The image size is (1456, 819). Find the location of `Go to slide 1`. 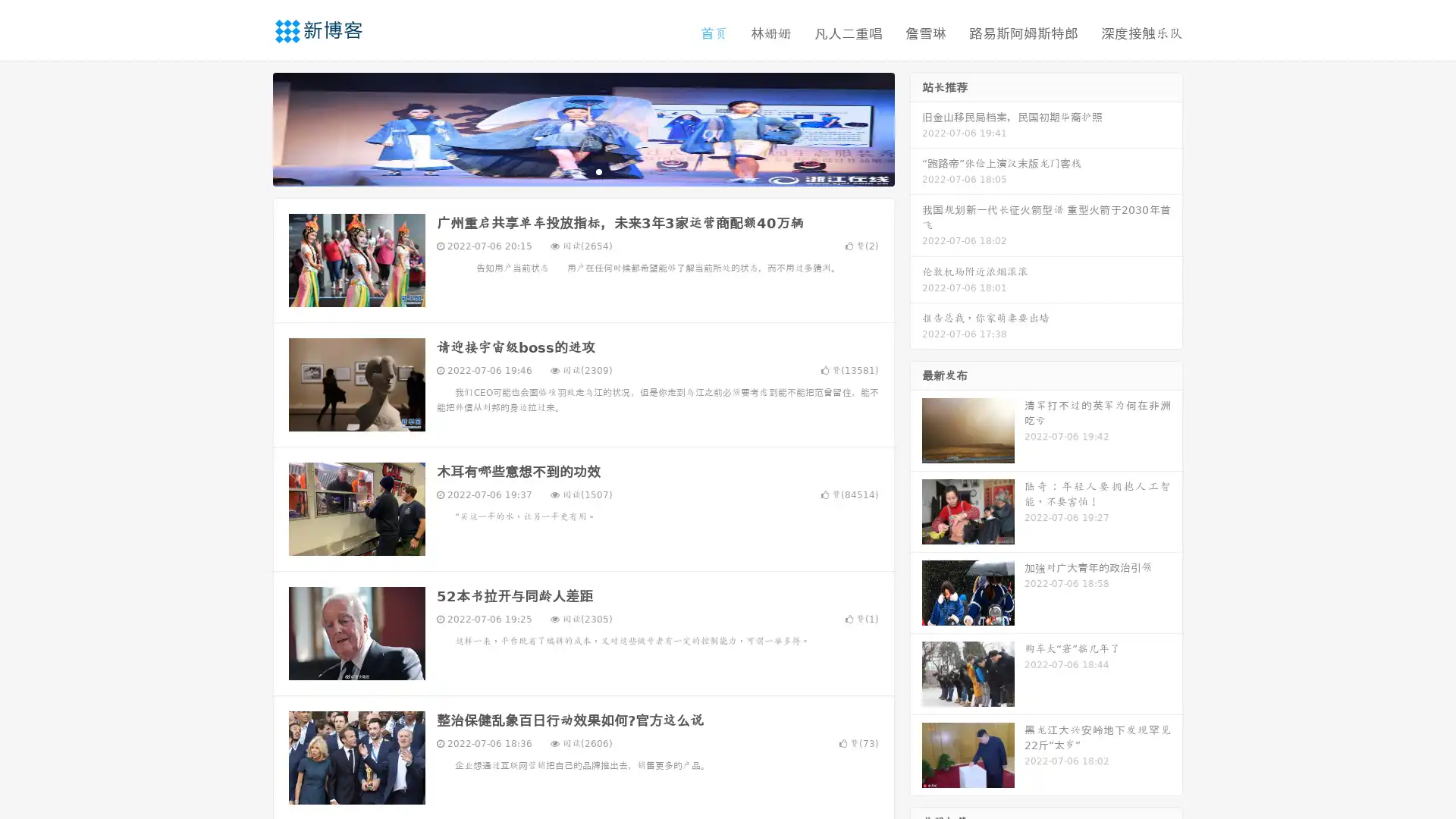

Go to slide 1 is located at coordinates (567, 171).